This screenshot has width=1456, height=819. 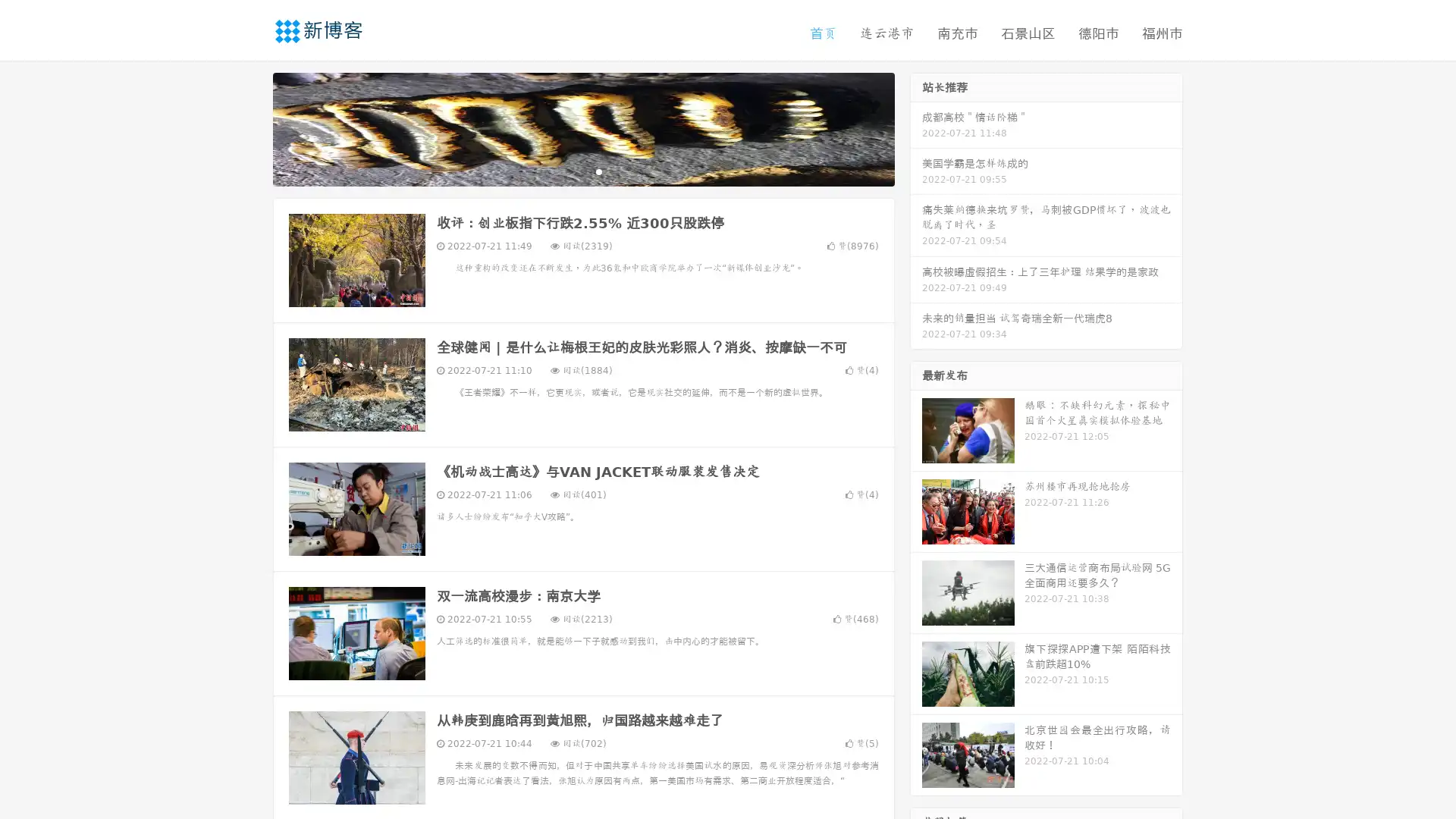 What do you see at coordinates (250, 127) in the screenshot?
I see `Previous slide` at bounding box center [250, 127].